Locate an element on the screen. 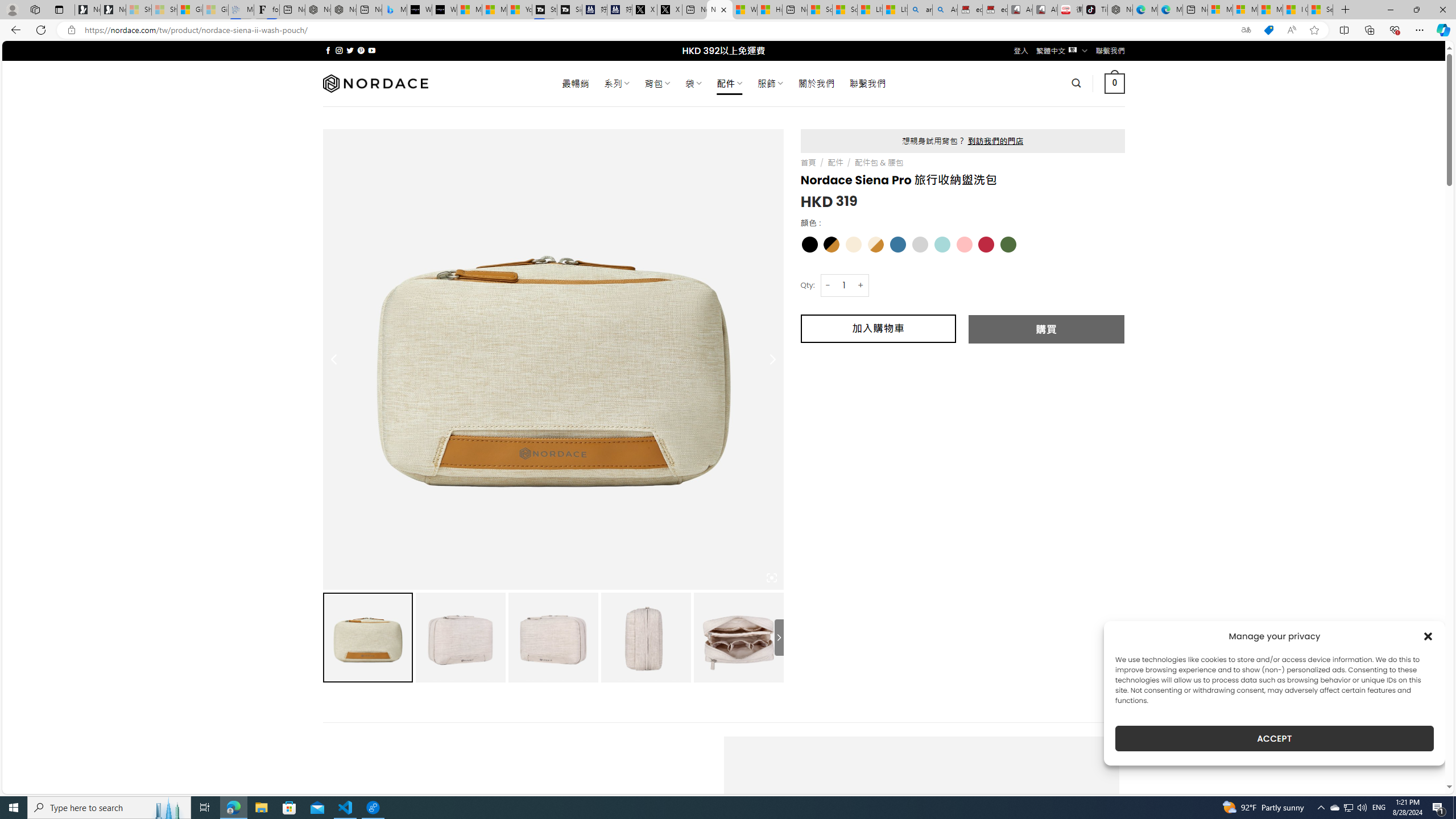 This screenshot has width=1456, height=819. 'Newsletter Sign Up' is located at coordinates (113, 9).